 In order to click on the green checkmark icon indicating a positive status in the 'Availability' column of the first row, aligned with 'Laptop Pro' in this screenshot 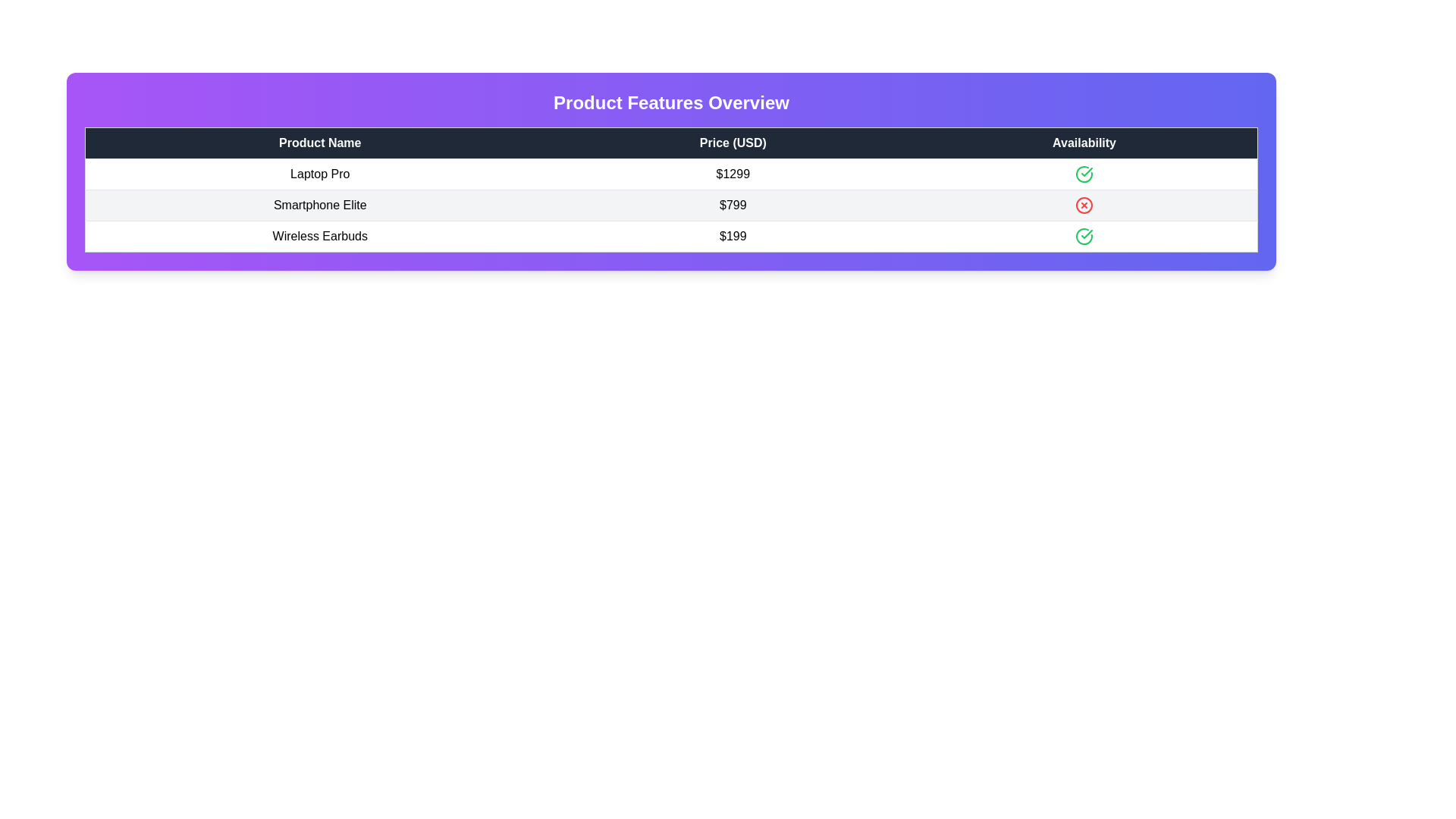, I will do `click(1086, 234)`.